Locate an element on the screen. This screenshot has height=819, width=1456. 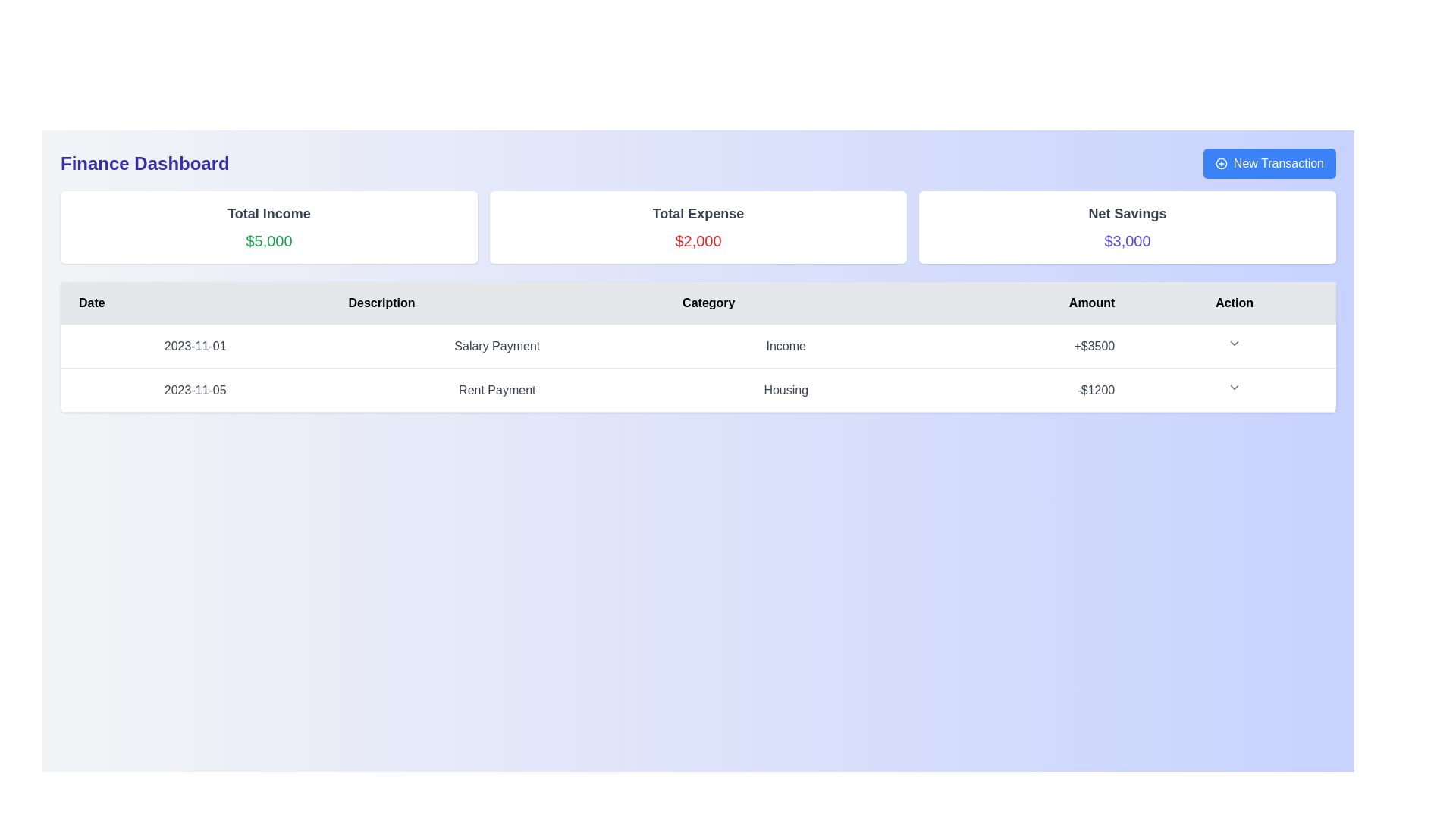
the Informational Box that summarizes the total income figure for the financial dashboard, positioned as the leftmost box in a row of financial summaries is located at coordinates (269, 227).